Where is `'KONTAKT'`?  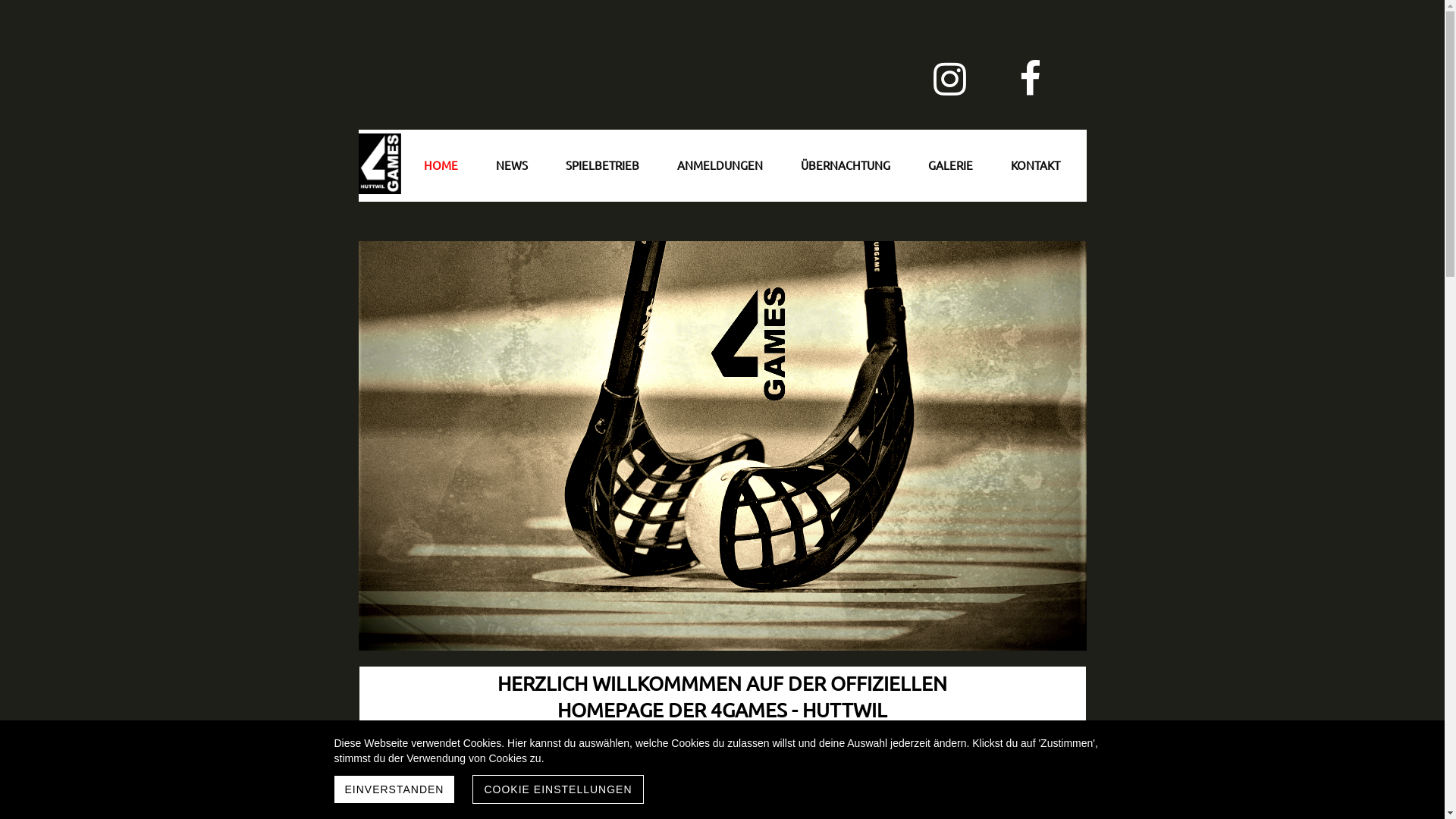 'KONTAKT' is located at coordinates (1034, 165).